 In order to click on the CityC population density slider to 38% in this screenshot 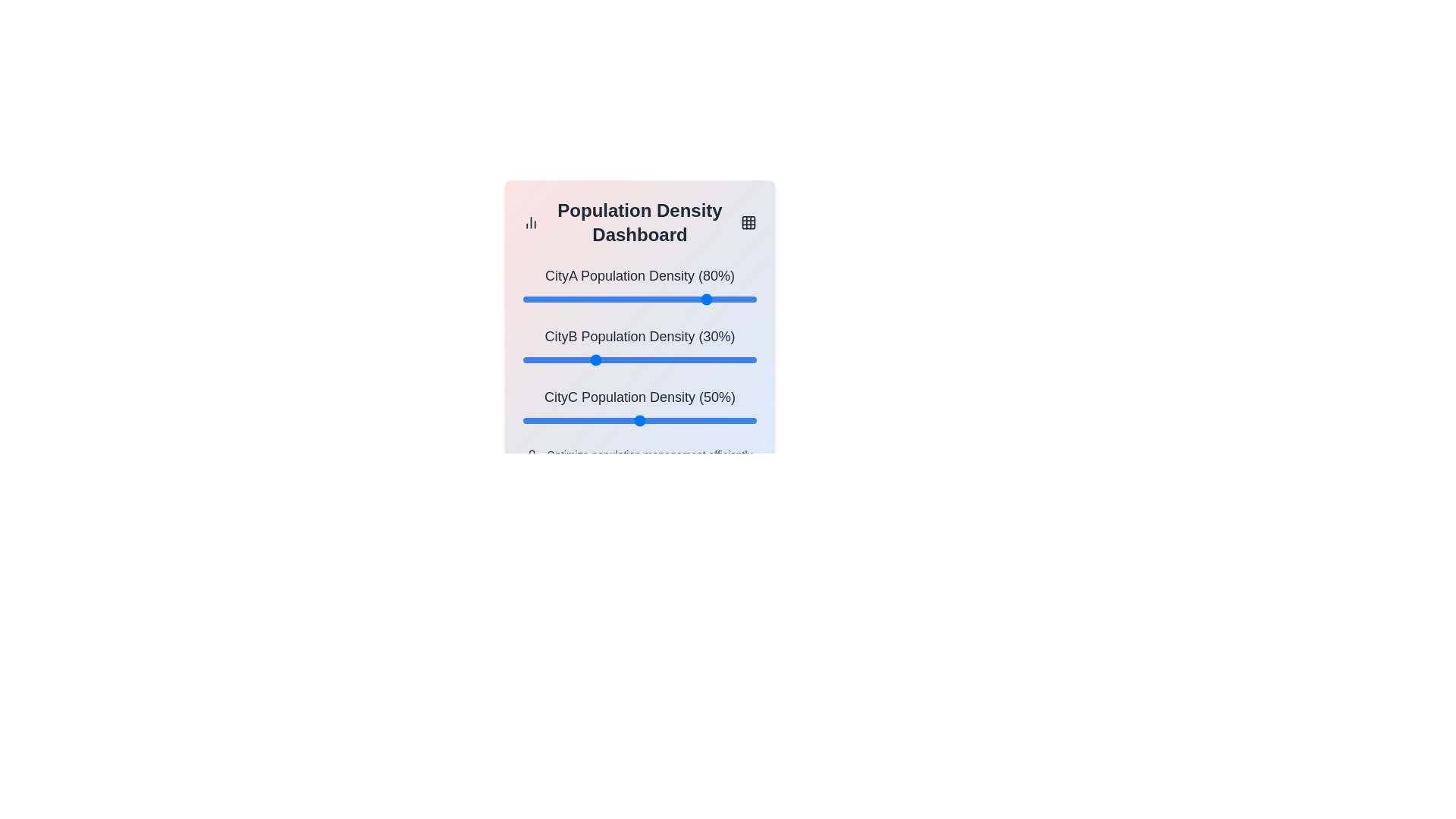, I will do `click(611, 421)`.